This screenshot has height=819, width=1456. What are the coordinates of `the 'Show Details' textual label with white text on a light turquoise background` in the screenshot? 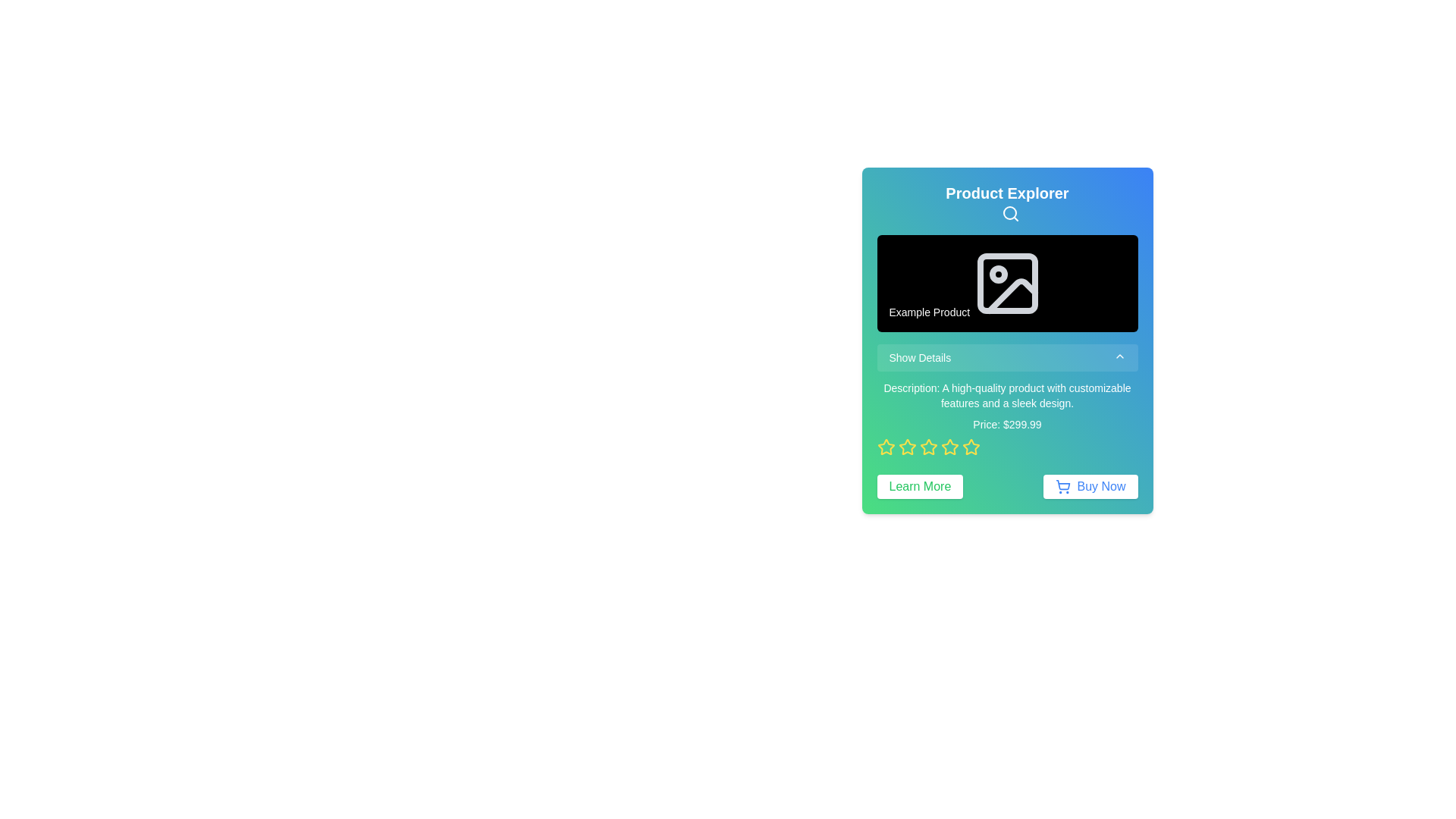 It's located at (919, 357).